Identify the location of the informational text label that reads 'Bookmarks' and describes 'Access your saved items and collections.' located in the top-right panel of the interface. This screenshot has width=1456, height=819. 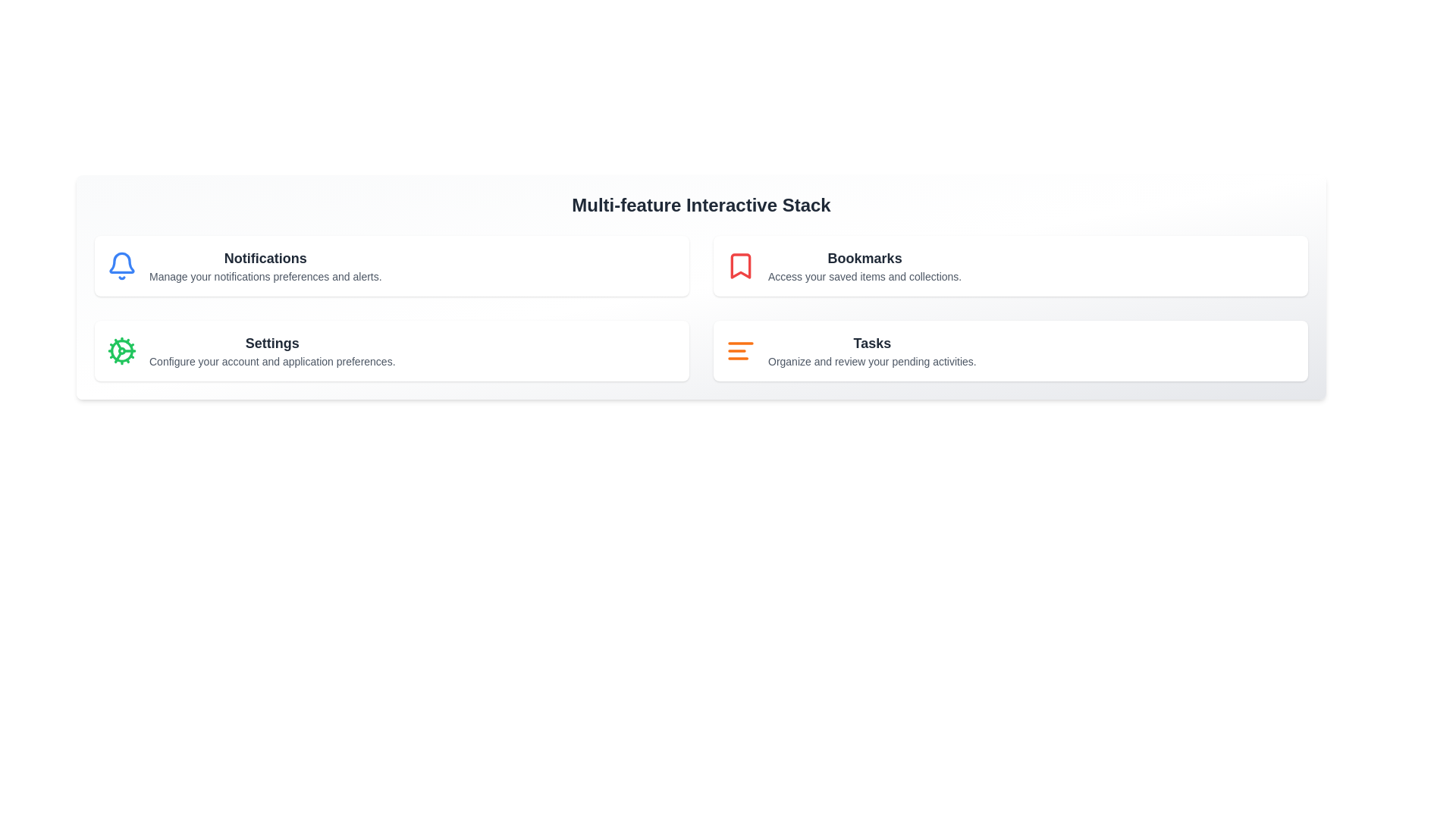
(864, 265).